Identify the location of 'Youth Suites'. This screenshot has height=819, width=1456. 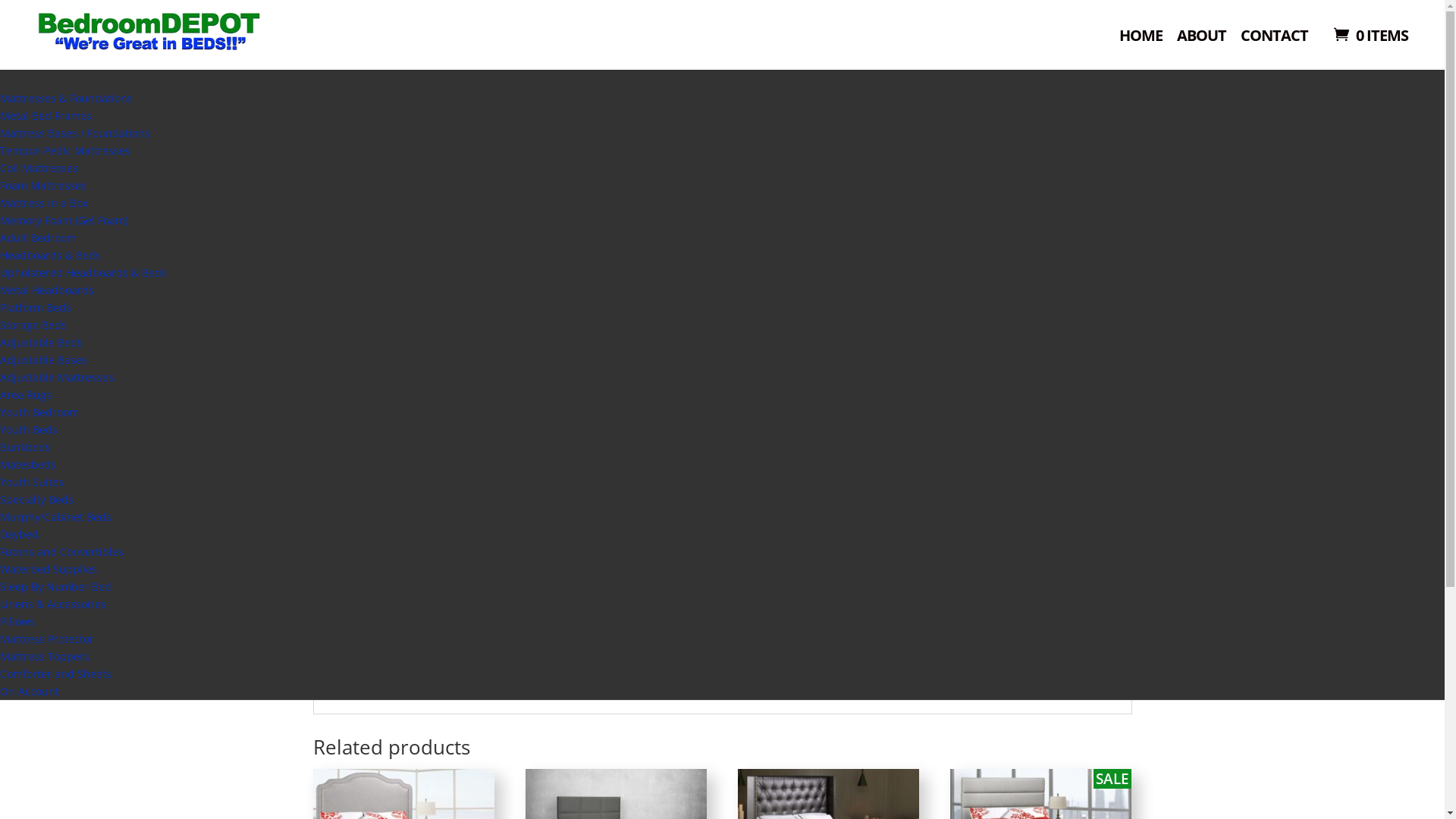
(32, 482).